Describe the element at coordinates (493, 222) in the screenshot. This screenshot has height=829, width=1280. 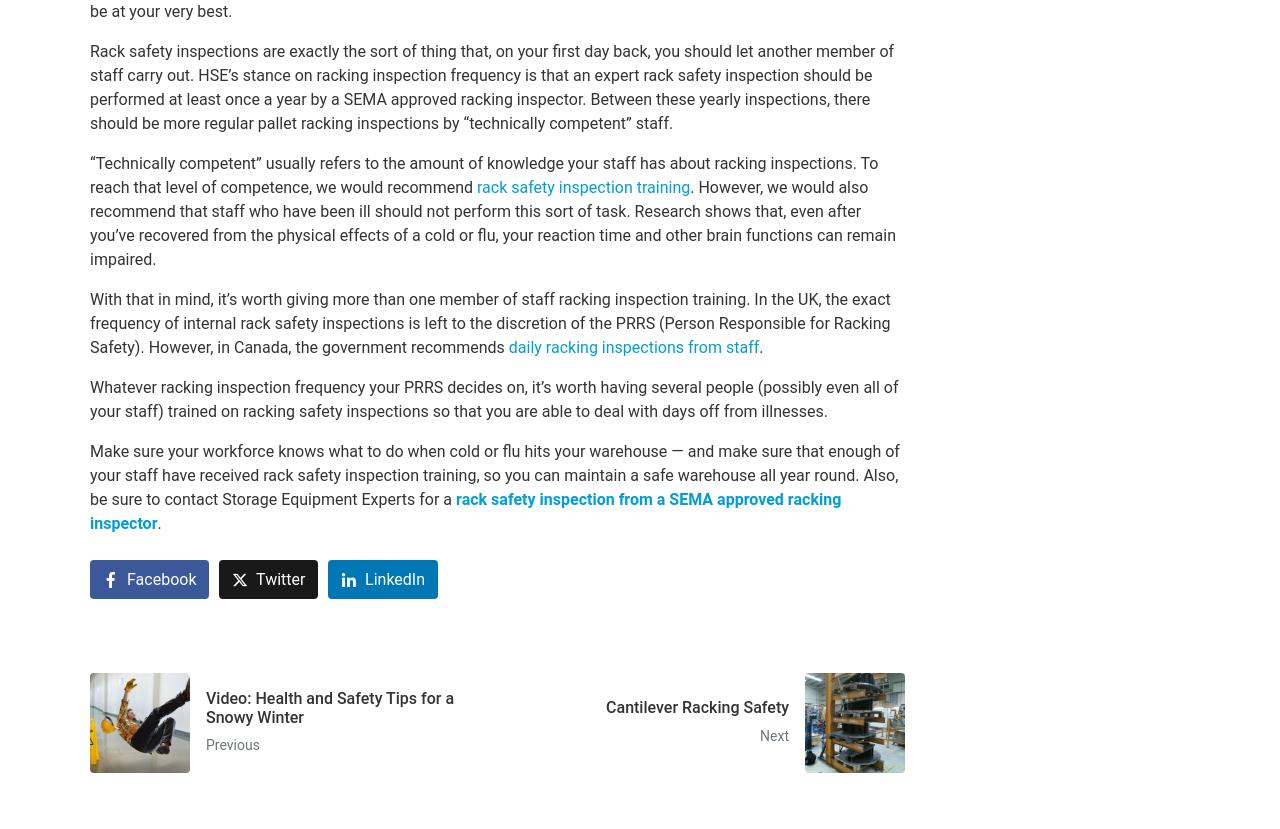
I see `'. However, we would also recommend that staff who have been ill should not perform this sort of task. Research shows that, even after you’ve recovered from the physical effects of a cold or flu, your reaction time and other brain functions can remain impaired.'` at that location.